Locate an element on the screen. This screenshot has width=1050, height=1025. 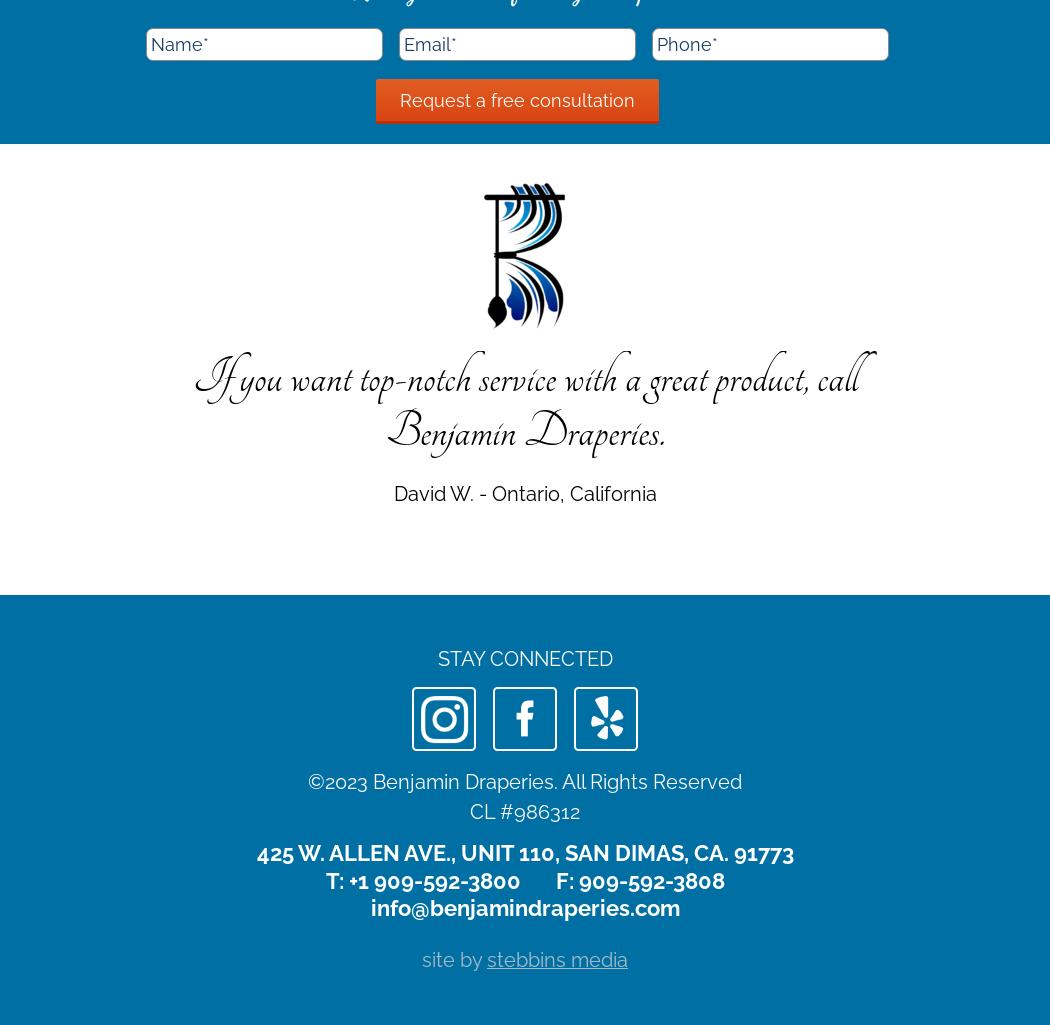
'site by' is located at coordinates (454, 960).